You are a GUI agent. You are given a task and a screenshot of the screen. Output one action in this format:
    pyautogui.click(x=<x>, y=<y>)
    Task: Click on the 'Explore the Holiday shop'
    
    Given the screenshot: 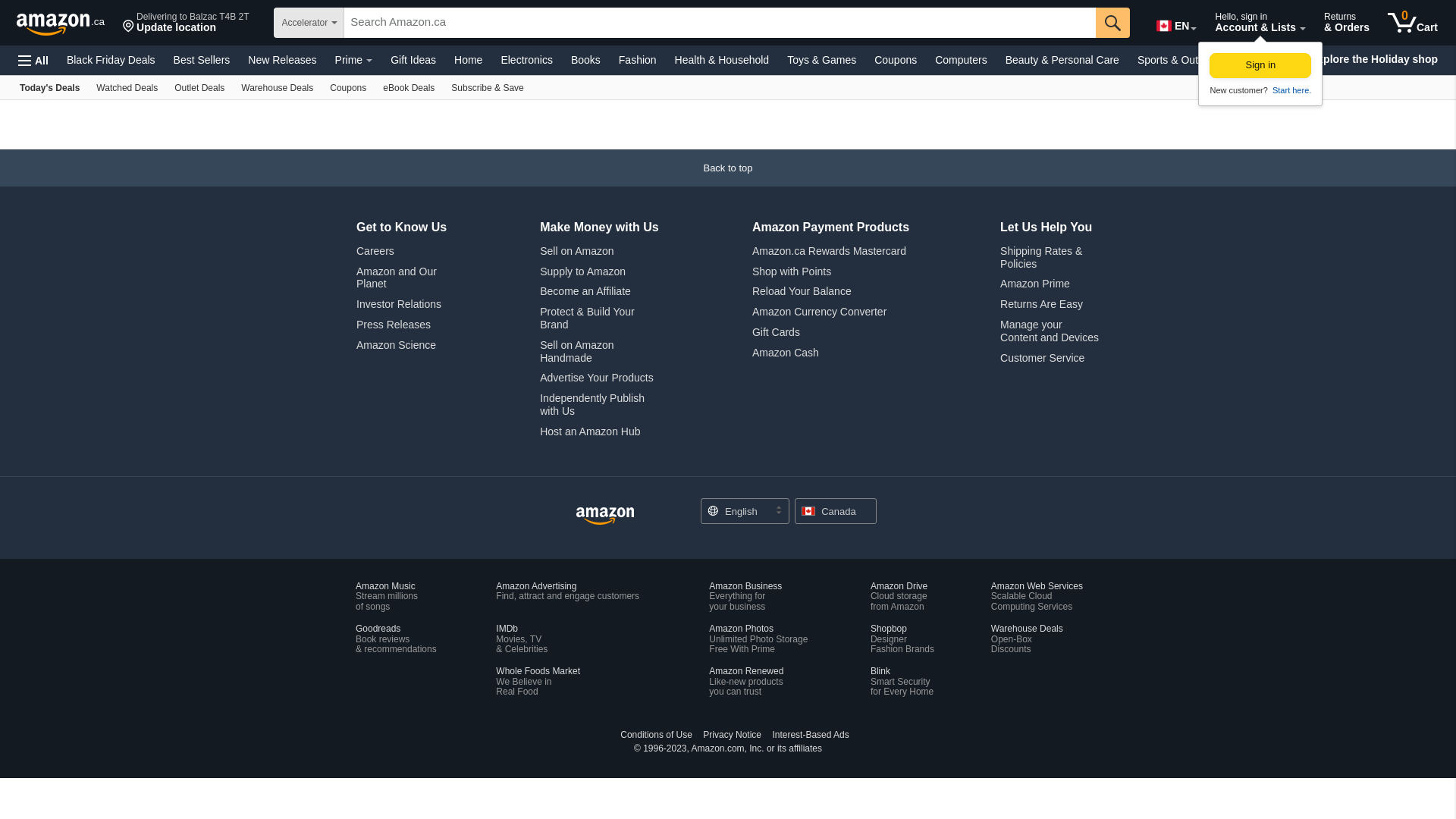 What is the action you would take?
    pyautogui.click(x=1303, y=58)
    